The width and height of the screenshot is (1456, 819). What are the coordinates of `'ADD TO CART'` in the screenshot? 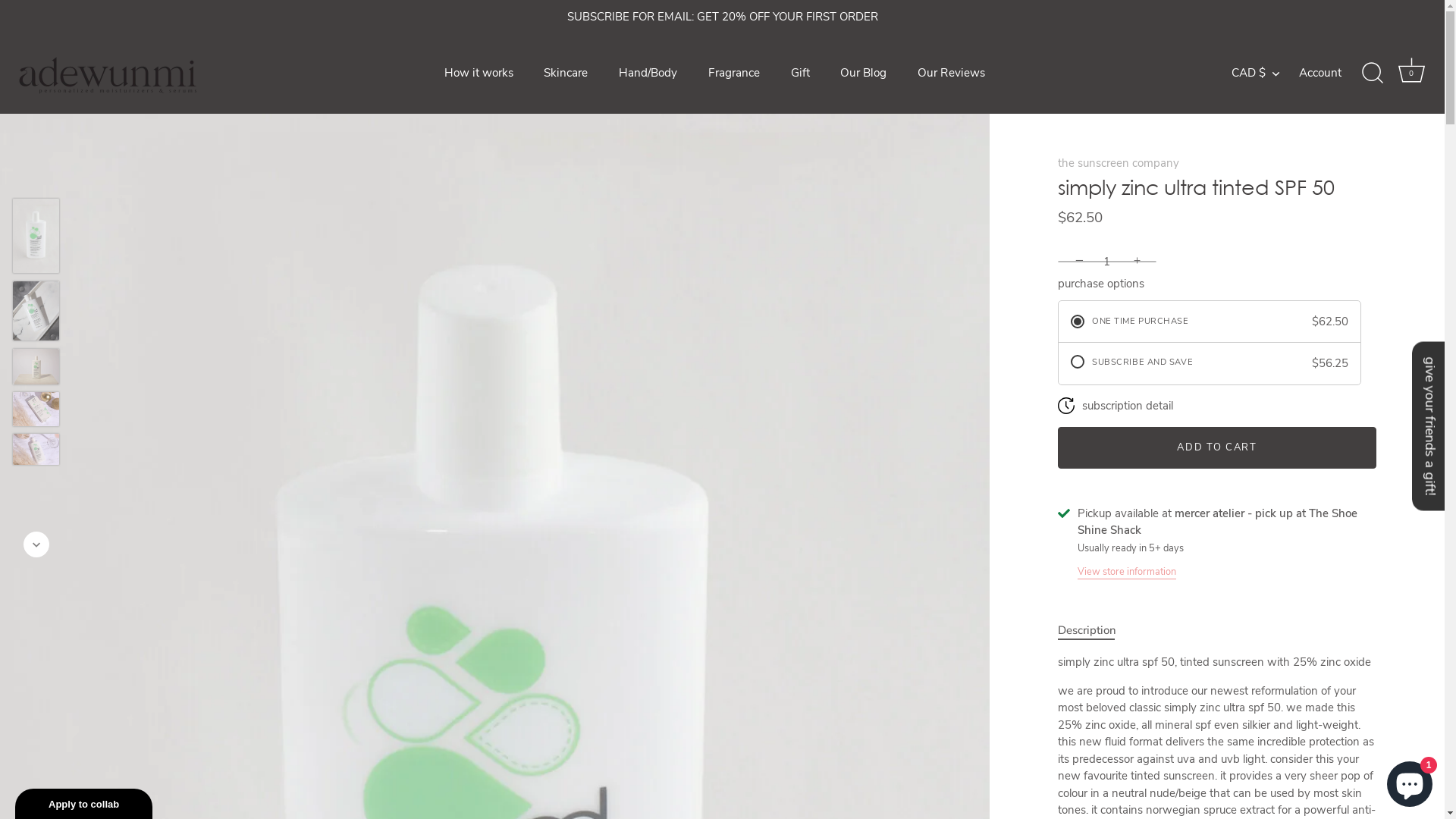 It's located at (1216, 447).